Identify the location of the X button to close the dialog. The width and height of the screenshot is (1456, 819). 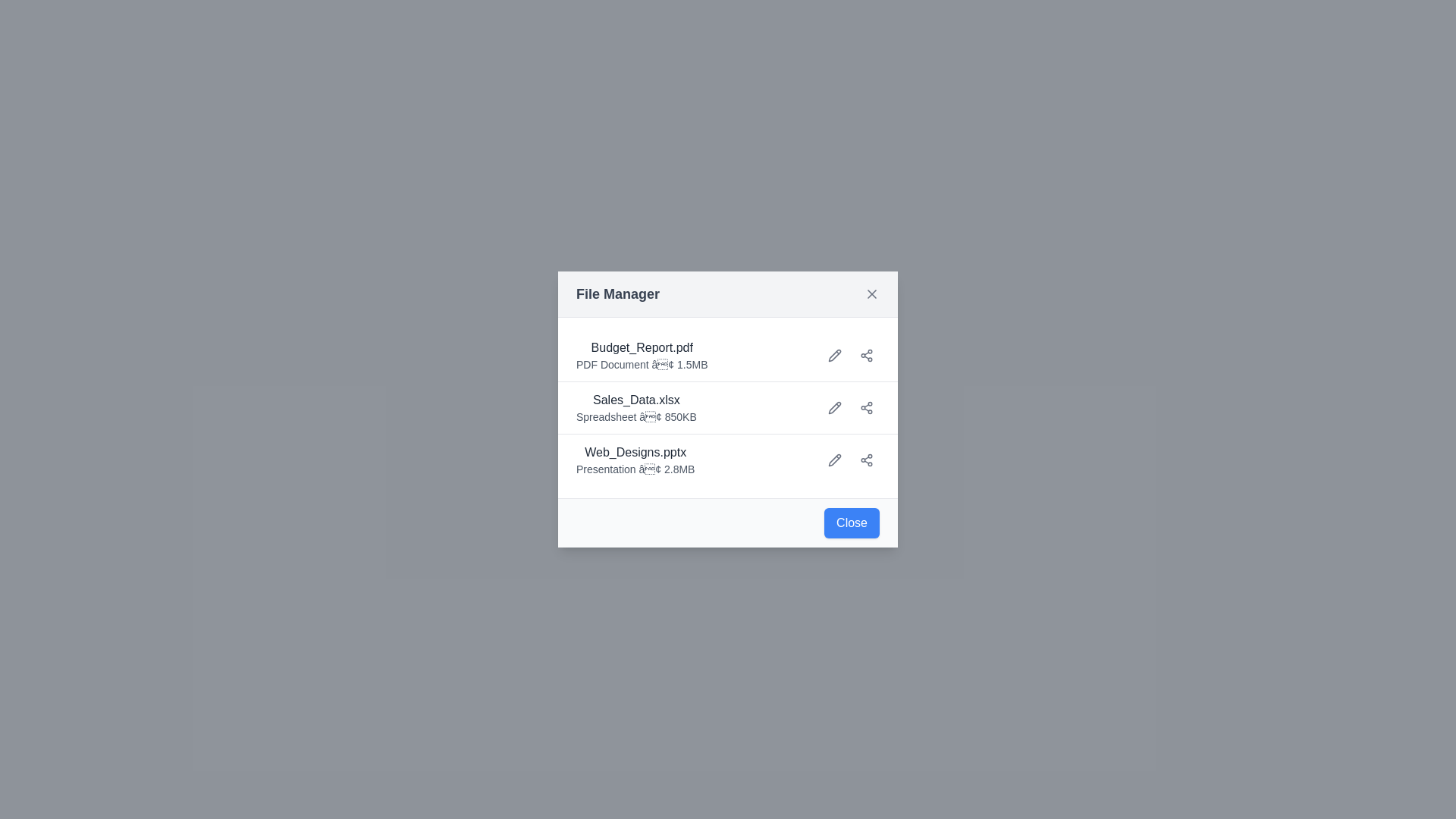
(872, 294).